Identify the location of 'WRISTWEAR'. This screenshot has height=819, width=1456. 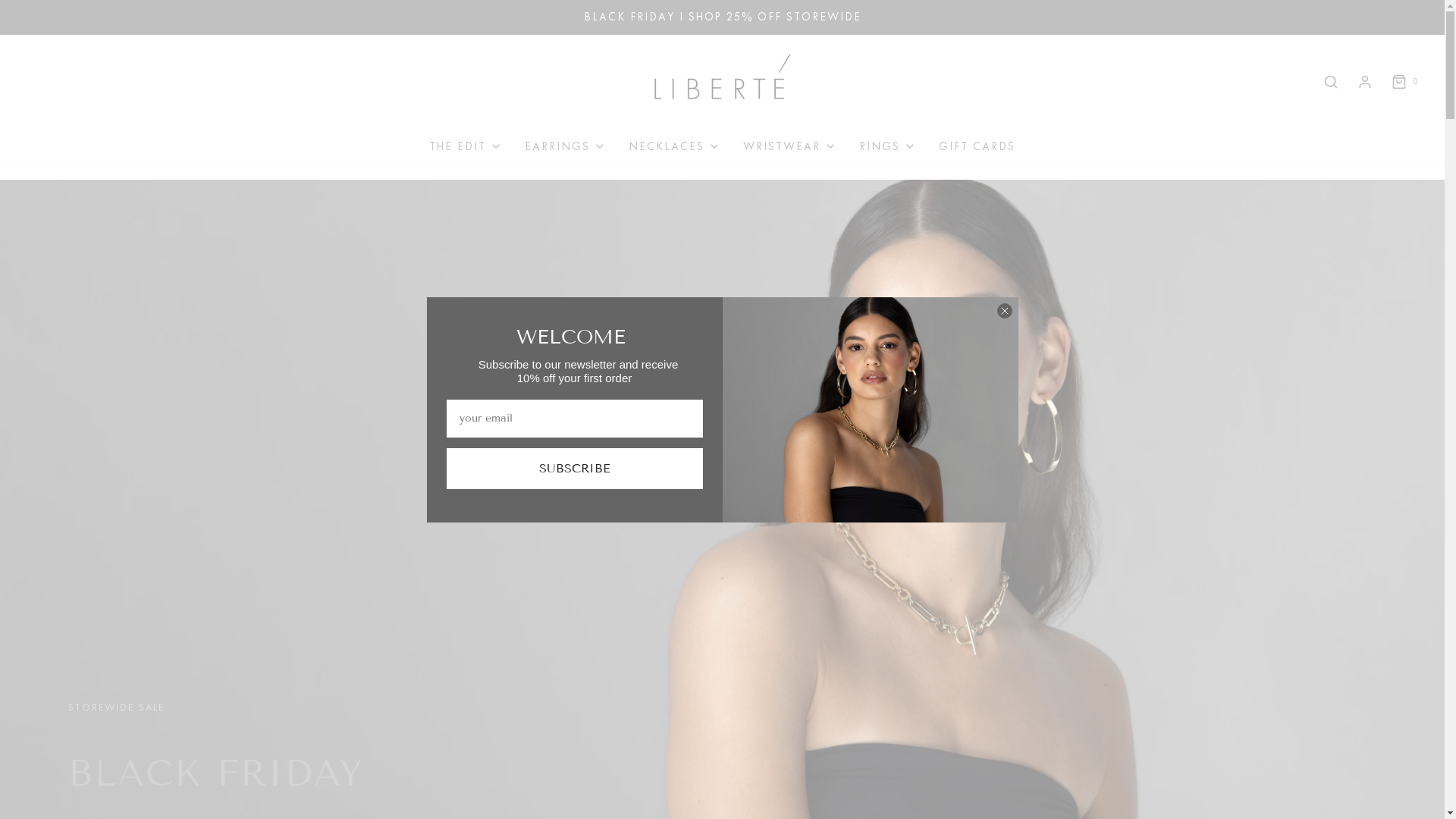
(789, 146).